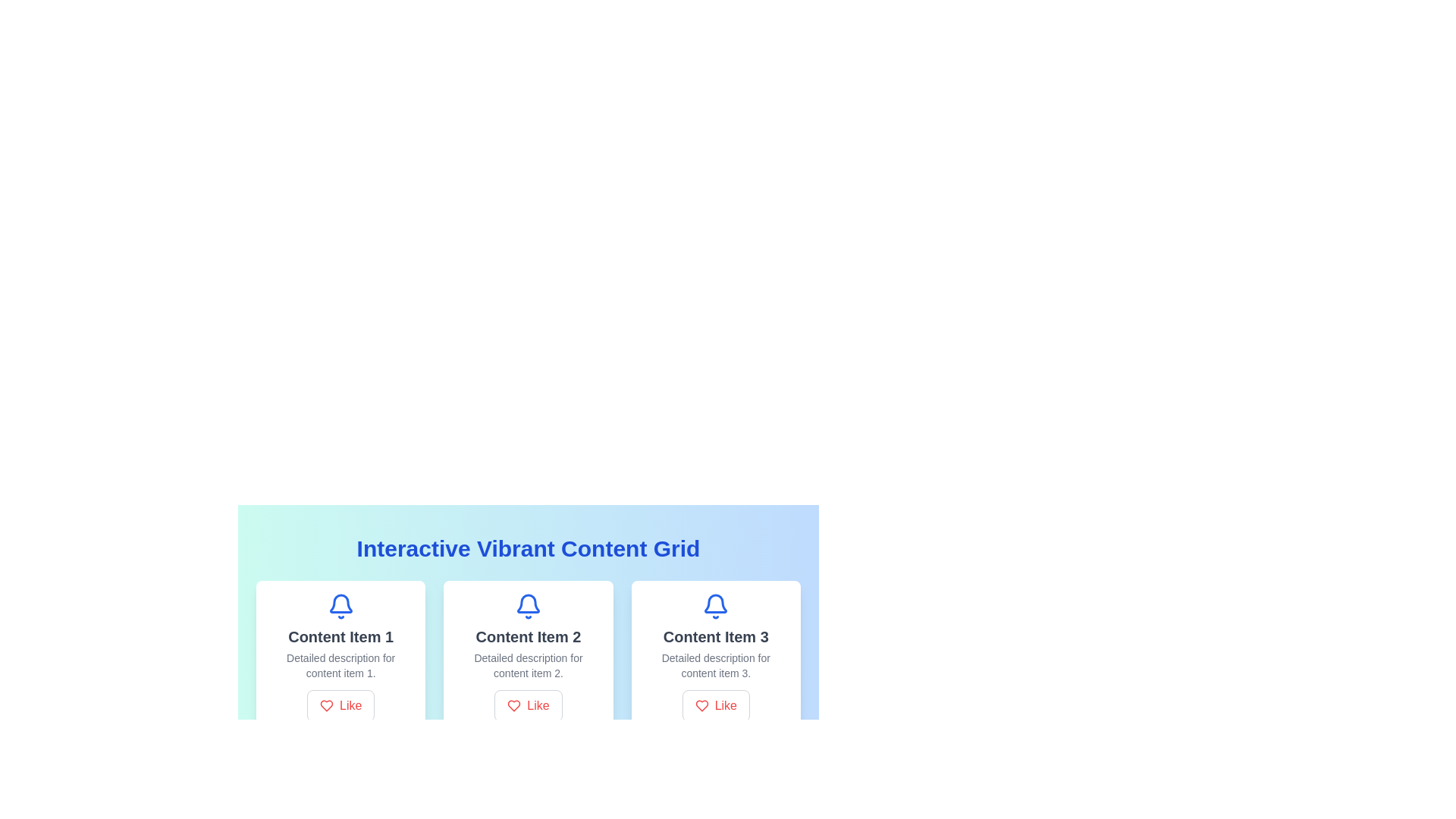  Describe the element at coordinates (701, 705) in the screenshot. I see `the 'like' icon located inside the 'Like' button of 'Content Item 3'` at that location.